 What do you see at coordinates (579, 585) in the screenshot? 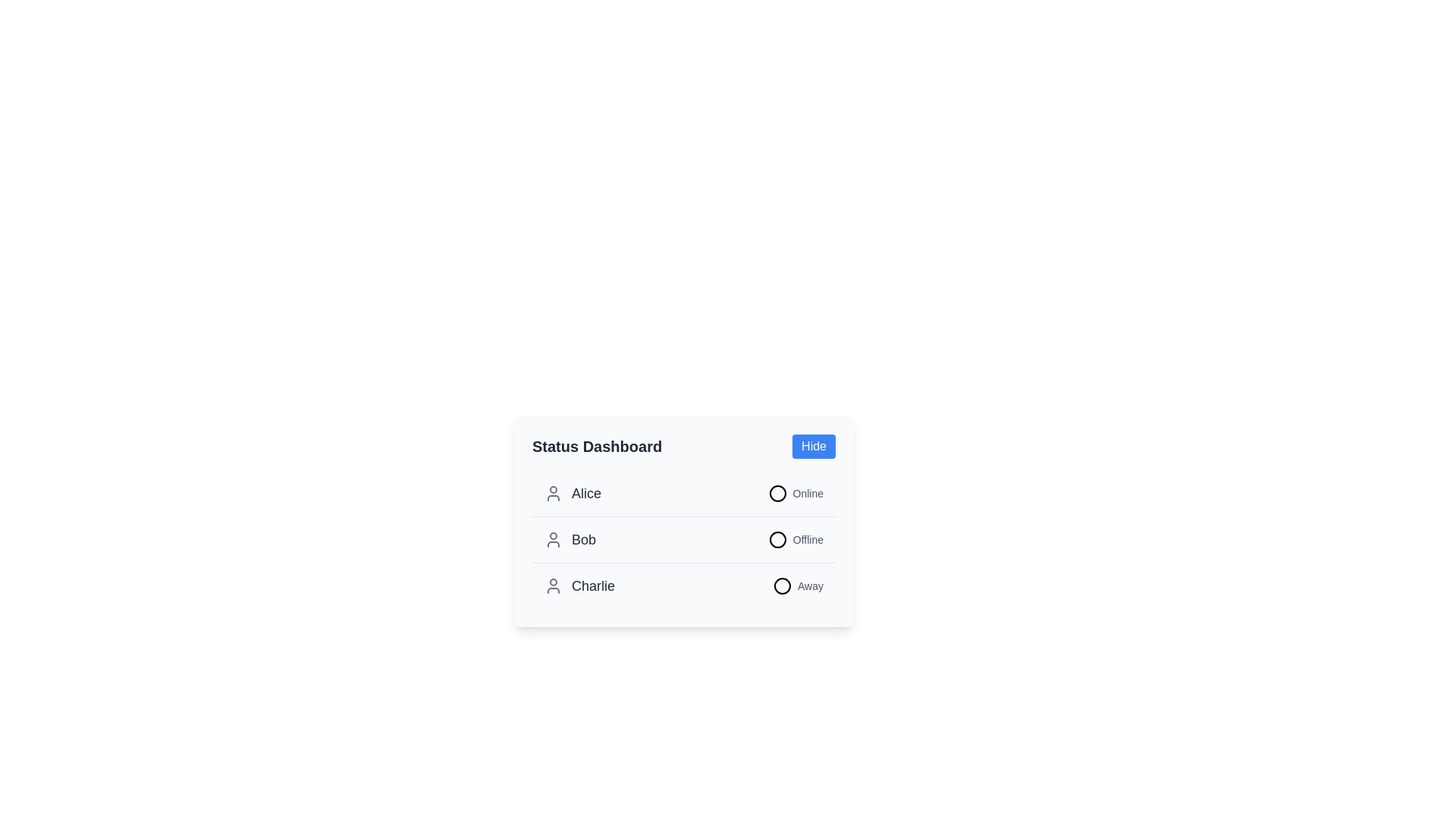
I see `the user's name and icon in the third entry of the vertically-arranged list in the status dashboard` at bounding box center [579, 585].